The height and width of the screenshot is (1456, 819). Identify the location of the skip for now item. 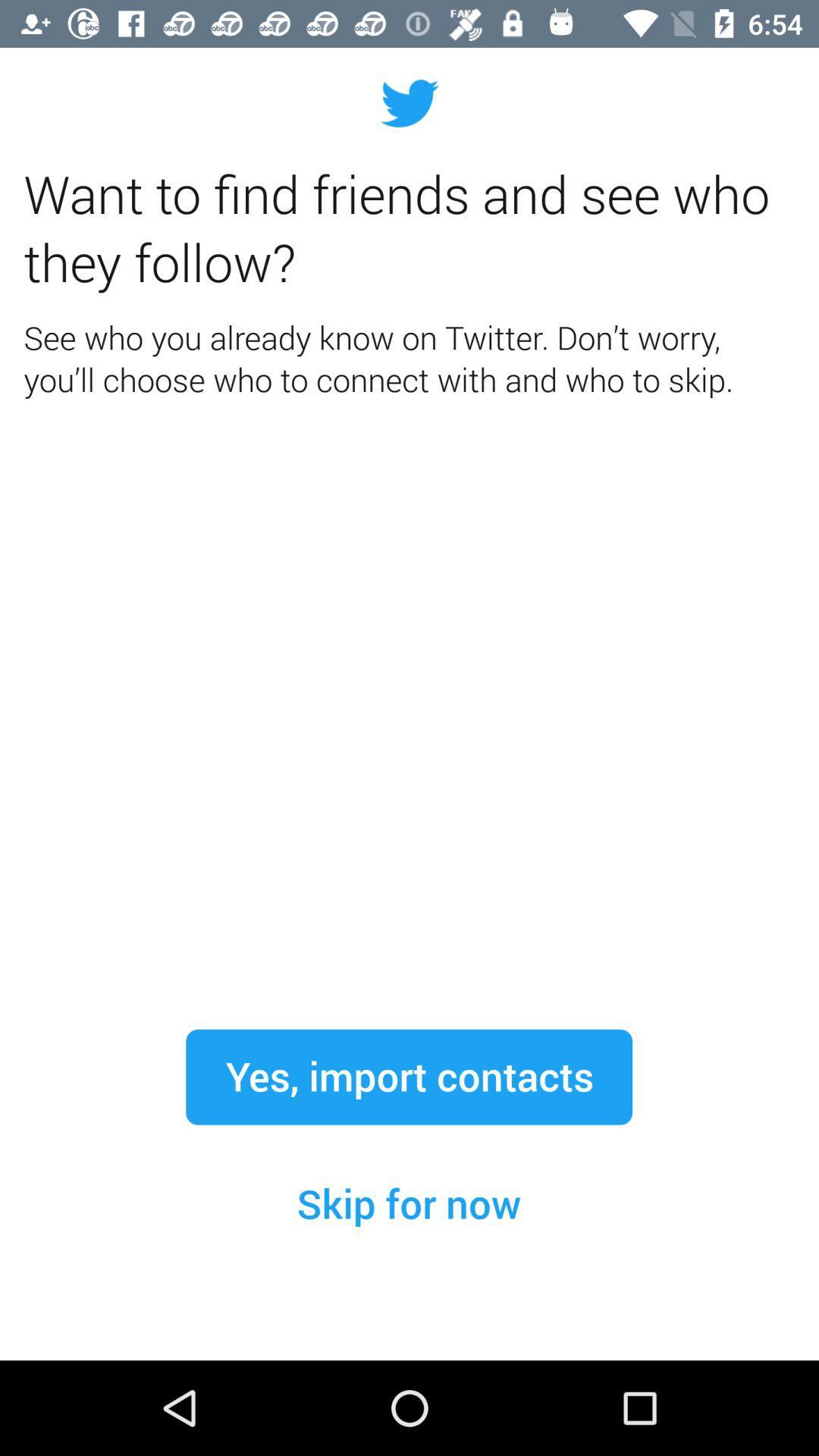
(408, 1203).